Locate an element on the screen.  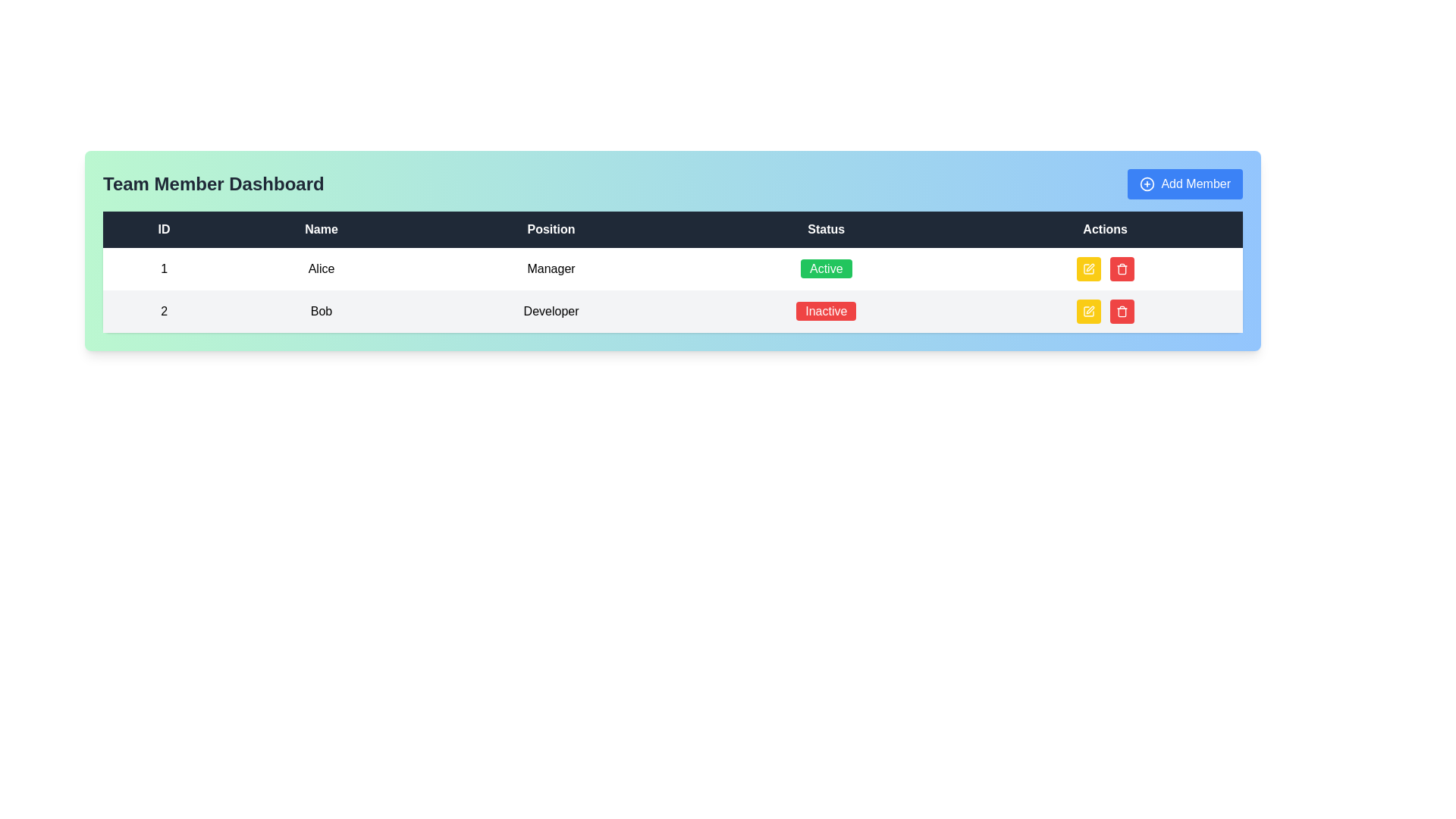
the display-only text field indicating Bob's position as a Developer in the Position column of the table is located at coordinates (551, 311).